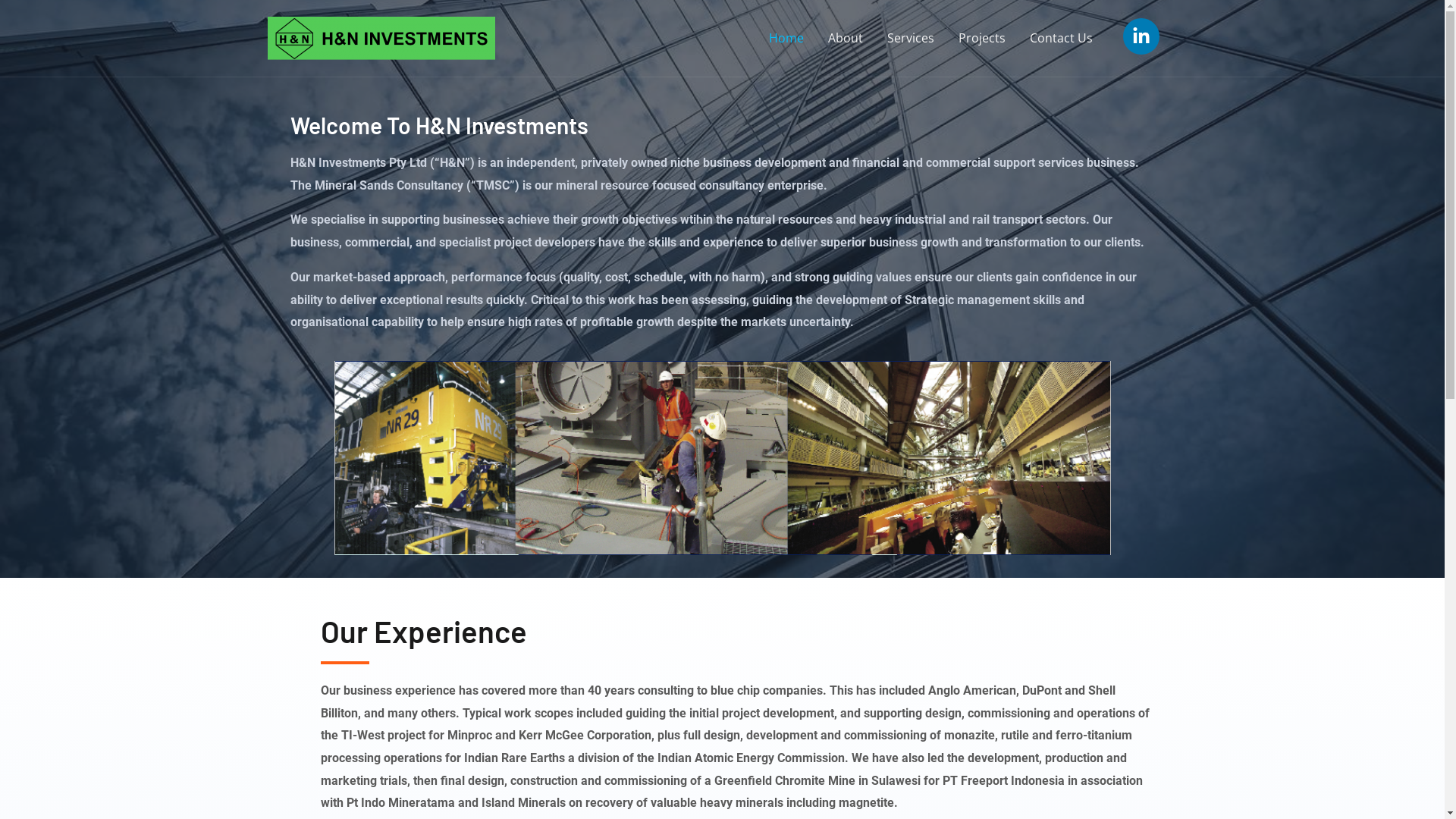 The image size is (1456, 819). Describe the element at coordinates (982, 37) in the screenshot. I see `'Projects'` at that location.